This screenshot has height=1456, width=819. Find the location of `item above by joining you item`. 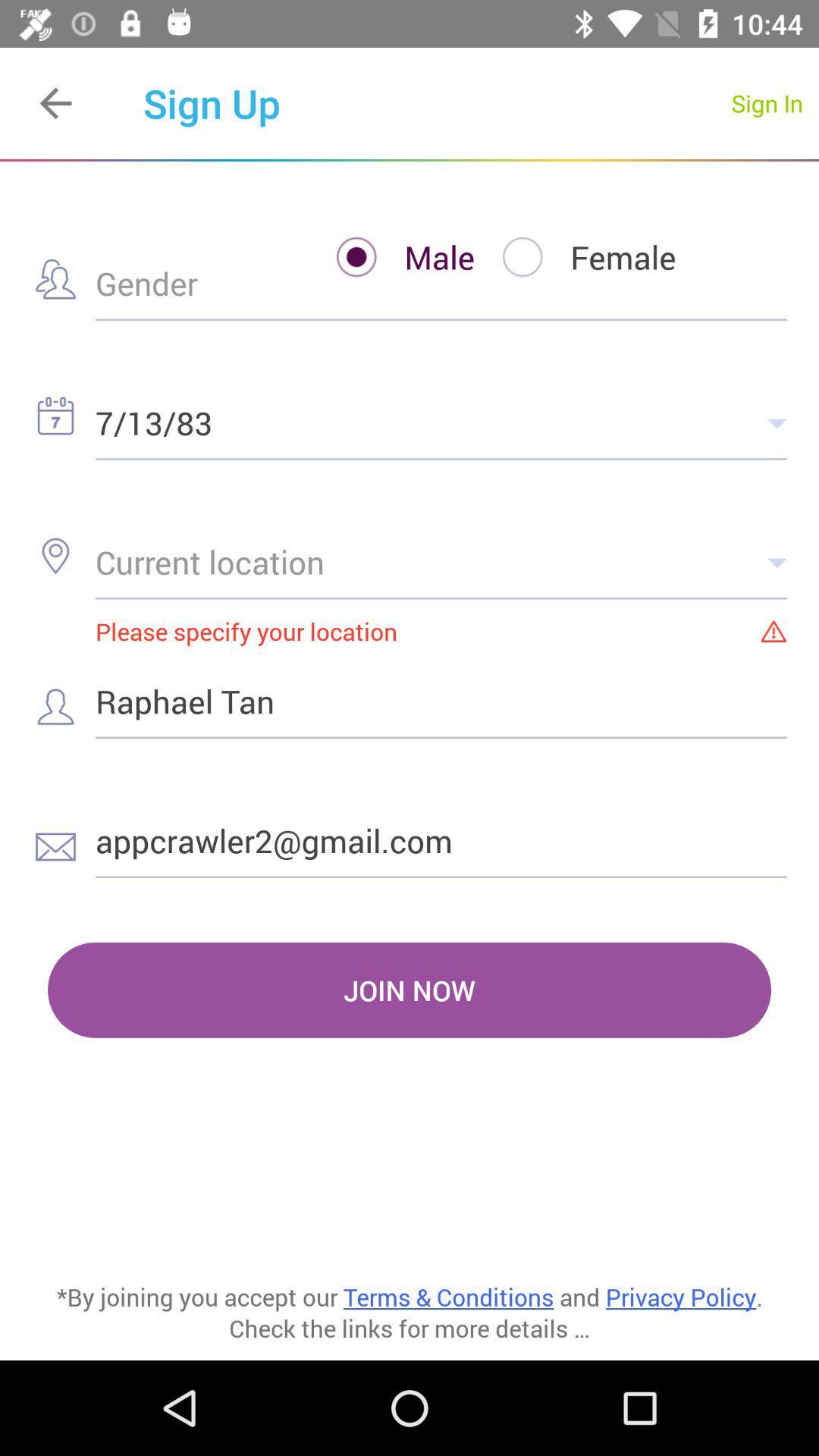

item above by joining you item is located at coordinates (409, 990).